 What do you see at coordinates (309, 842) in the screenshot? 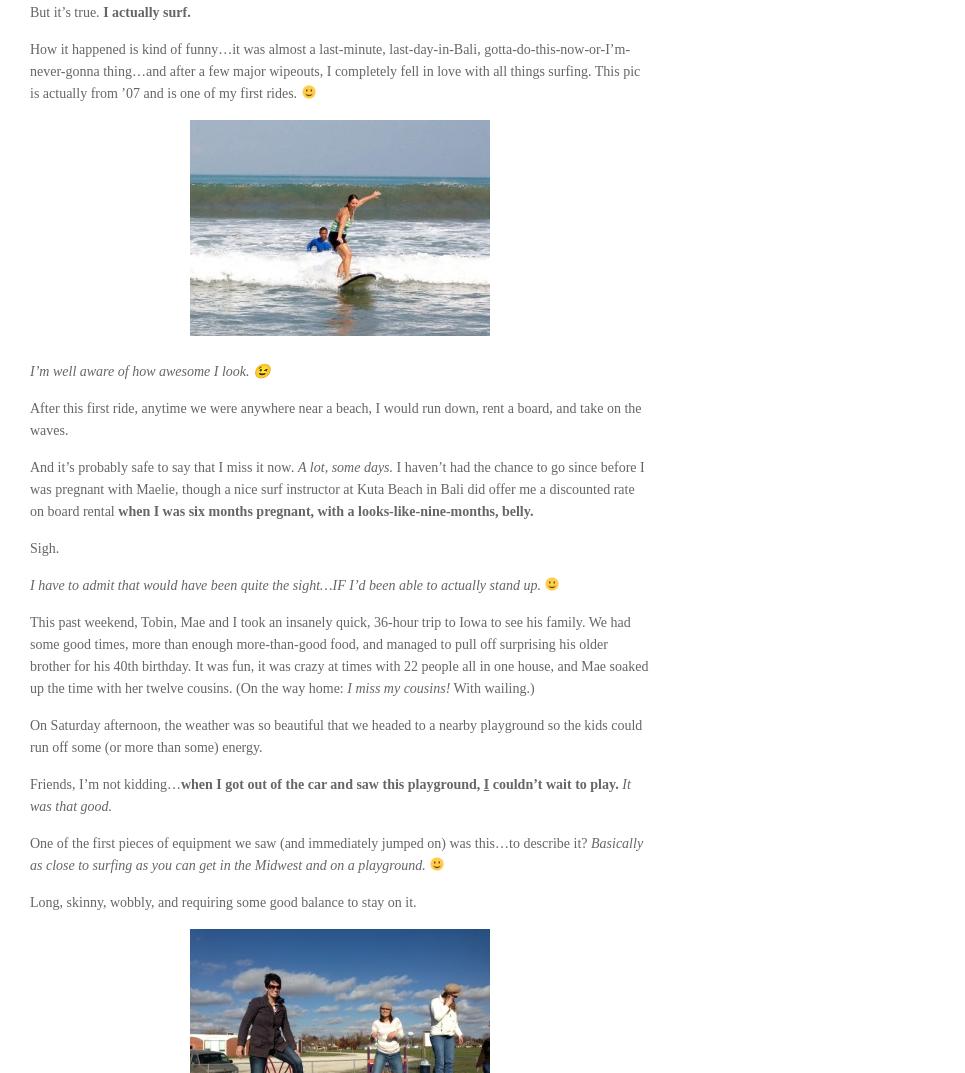
I see `'One of the first pieces of equipment we saw (and immediately jumped on) was this…to describe it?'` at bounding box center [309, 842].